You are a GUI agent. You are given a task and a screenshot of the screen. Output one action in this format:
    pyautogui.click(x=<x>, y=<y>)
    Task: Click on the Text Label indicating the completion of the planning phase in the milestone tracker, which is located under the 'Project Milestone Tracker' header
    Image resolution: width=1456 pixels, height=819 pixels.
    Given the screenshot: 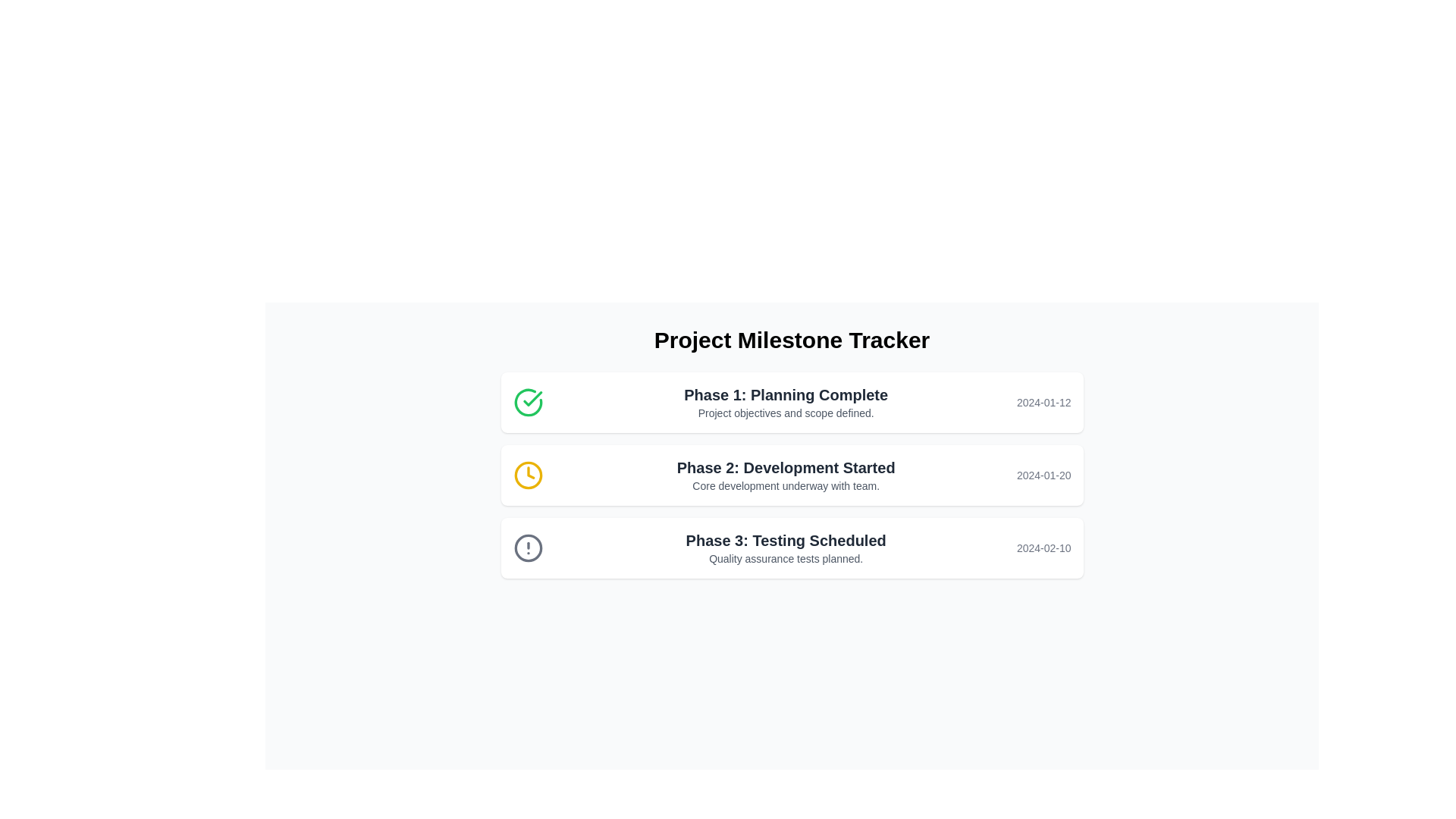 What is the action you would take?
    pyautogui.click(x=786, y=394)
    